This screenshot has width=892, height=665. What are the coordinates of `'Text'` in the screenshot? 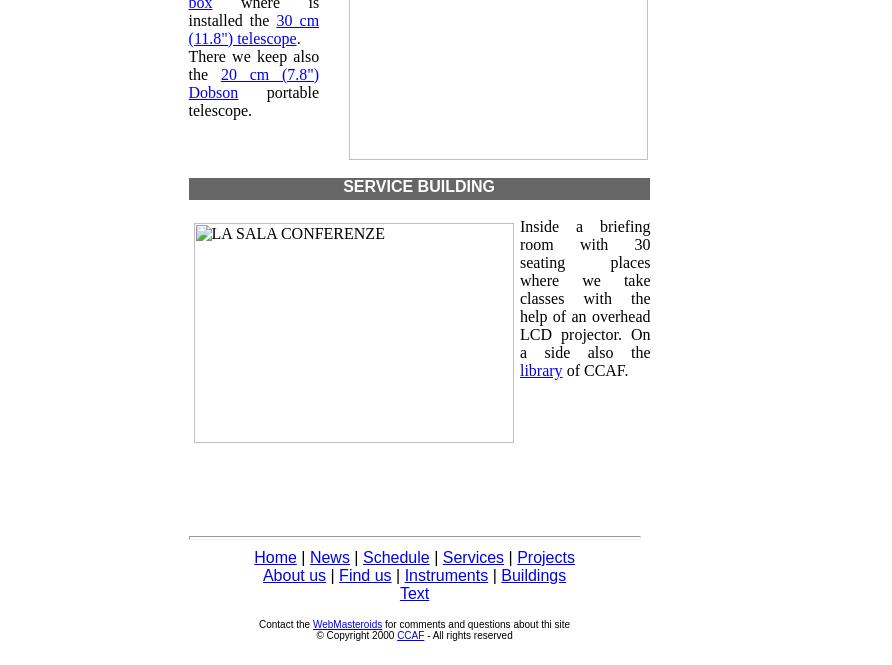 It's located at (397, 593).